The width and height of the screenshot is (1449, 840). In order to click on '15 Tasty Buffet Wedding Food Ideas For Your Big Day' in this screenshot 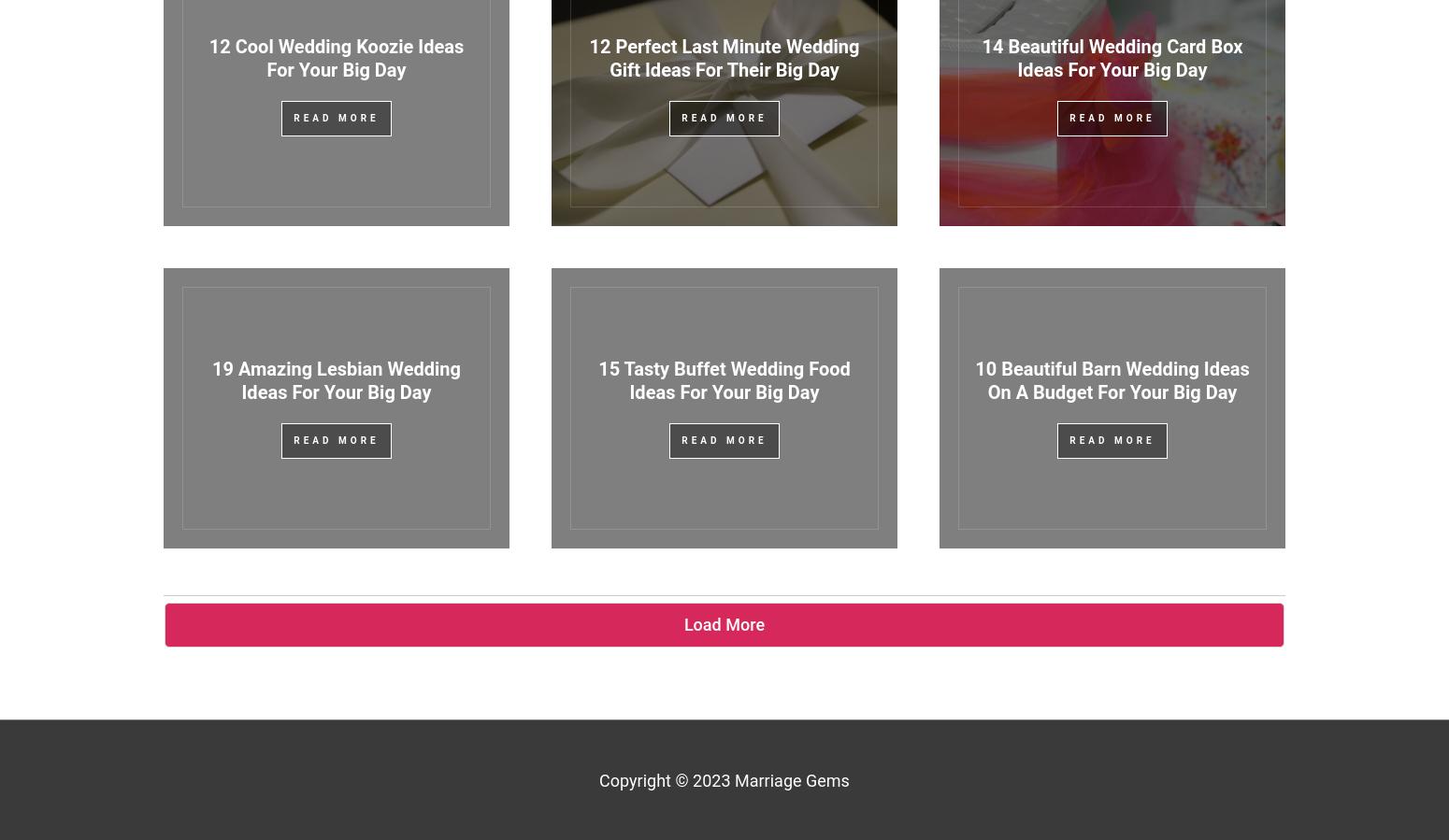, I will do `click(724, 379)`.